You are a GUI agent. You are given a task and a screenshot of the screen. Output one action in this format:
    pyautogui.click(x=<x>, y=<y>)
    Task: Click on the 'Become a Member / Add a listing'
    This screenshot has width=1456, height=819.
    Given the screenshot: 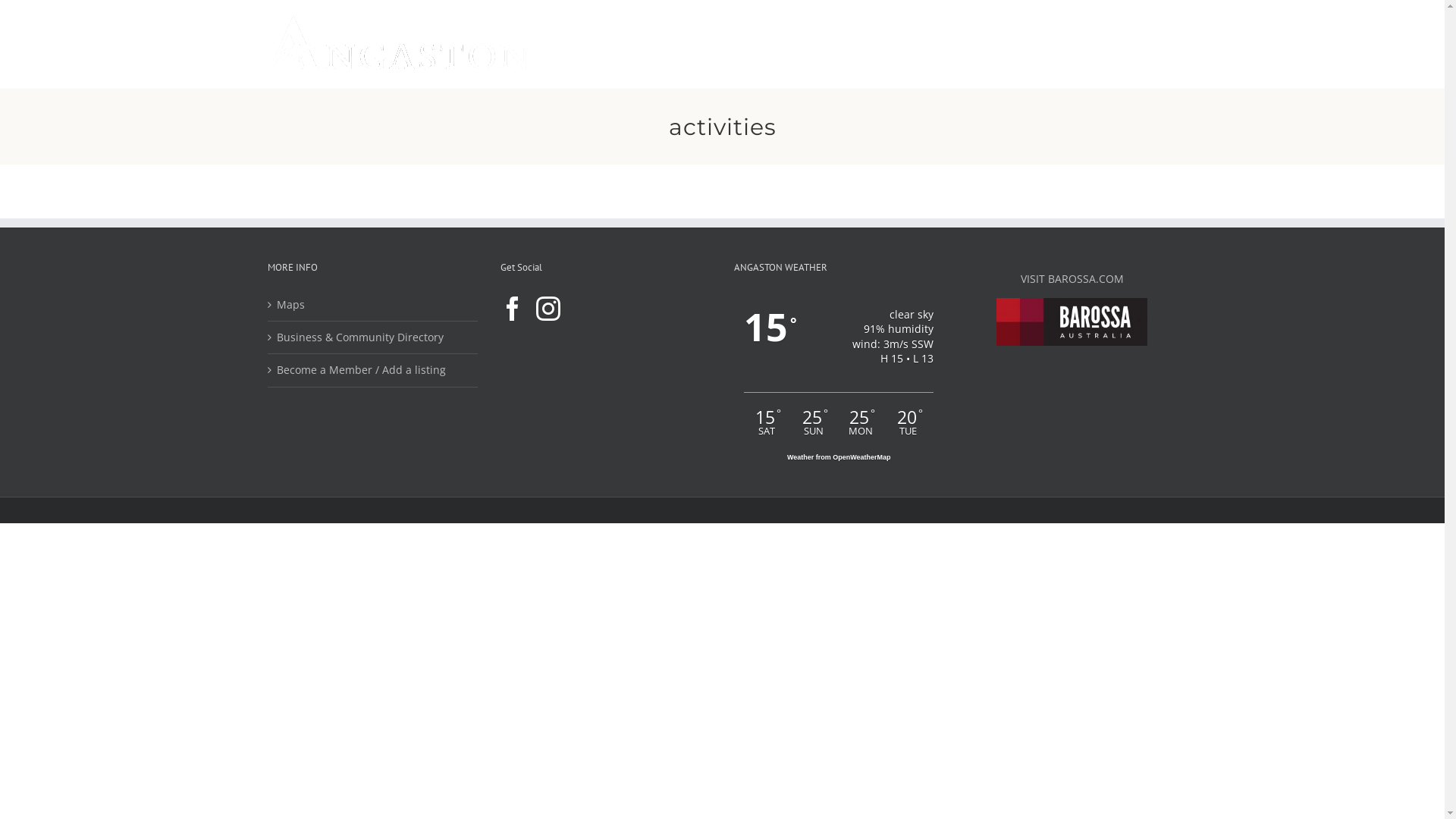 What is the action you would take?
    pyautogui.click(x=372, y=370)
    